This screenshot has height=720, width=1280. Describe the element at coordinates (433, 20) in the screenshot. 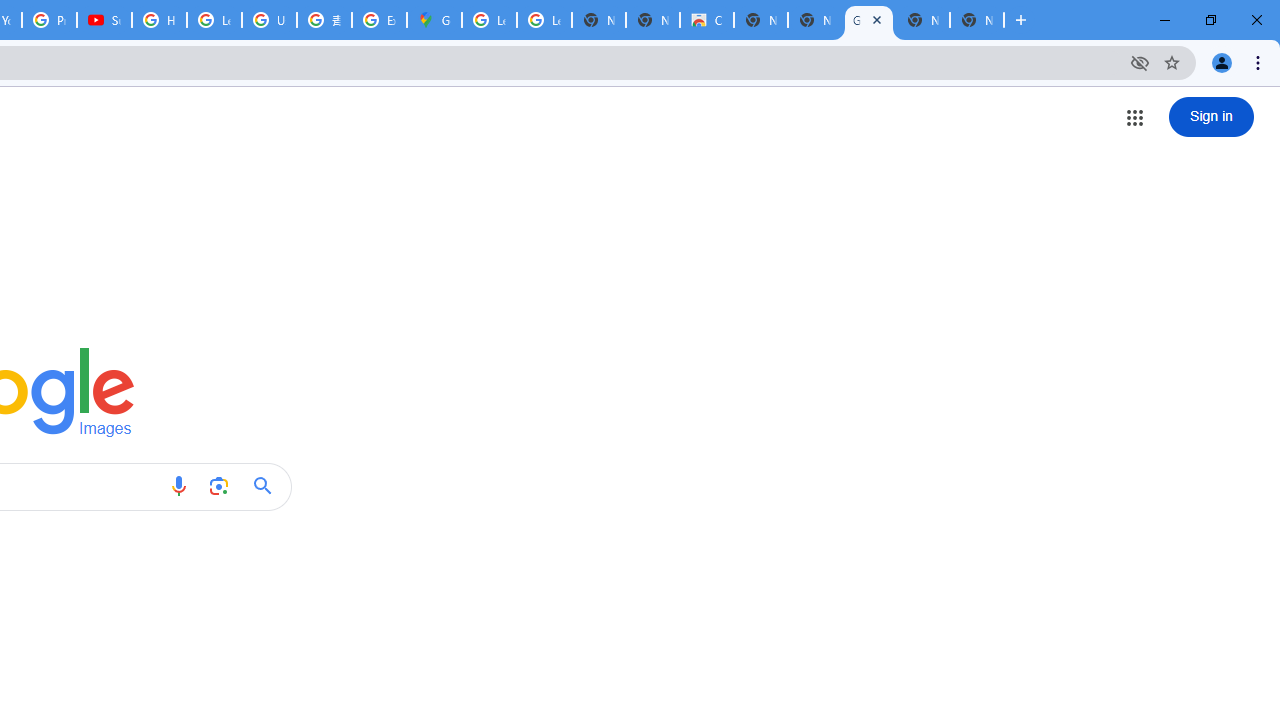

I see `'Google Maps'` at that location.